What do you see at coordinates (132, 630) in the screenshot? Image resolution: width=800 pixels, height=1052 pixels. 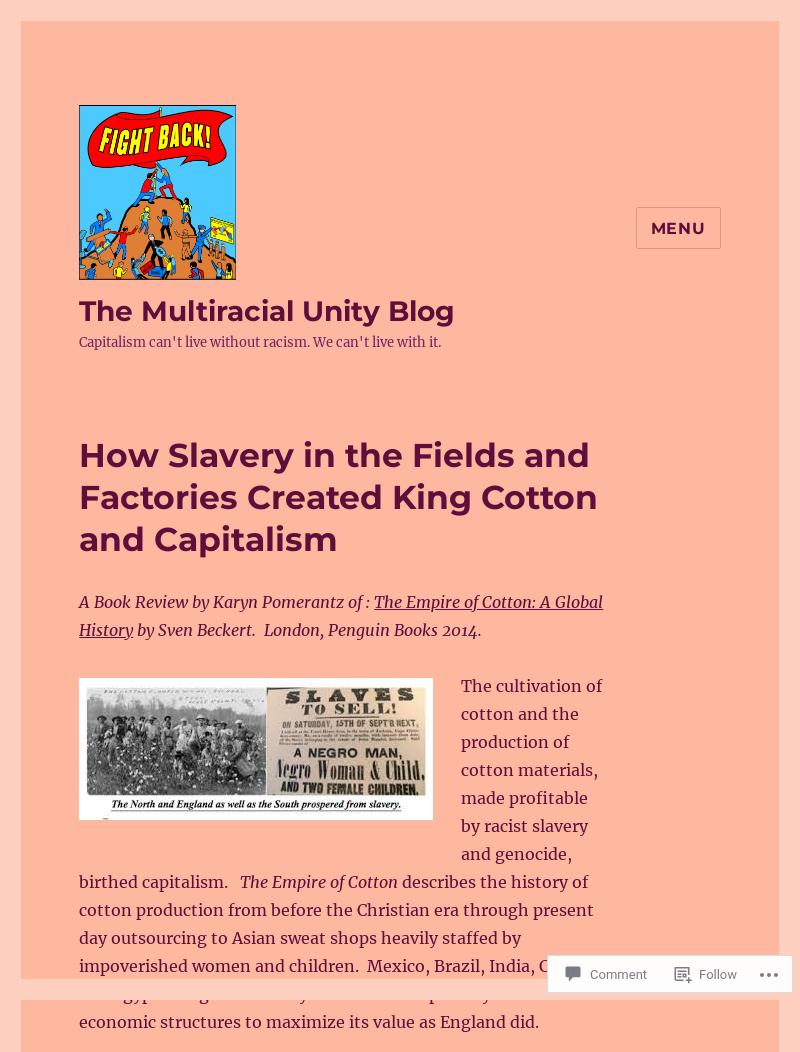 I see `'by Sven Beckert.  London, Penguin Books 2014.'` at bounding box center [132, 630].